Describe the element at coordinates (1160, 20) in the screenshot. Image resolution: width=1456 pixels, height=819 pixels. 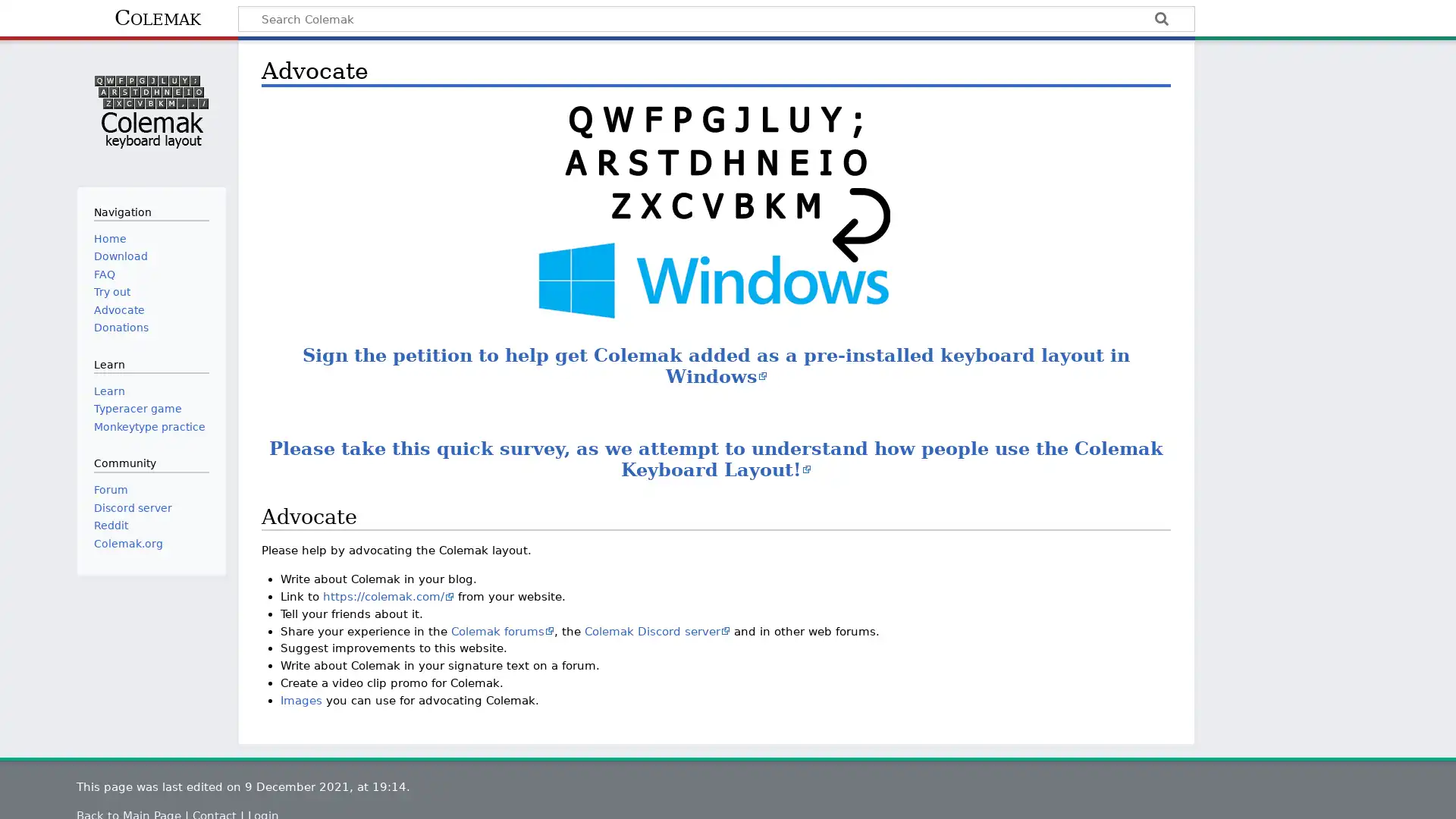
I see `Go` at that location.